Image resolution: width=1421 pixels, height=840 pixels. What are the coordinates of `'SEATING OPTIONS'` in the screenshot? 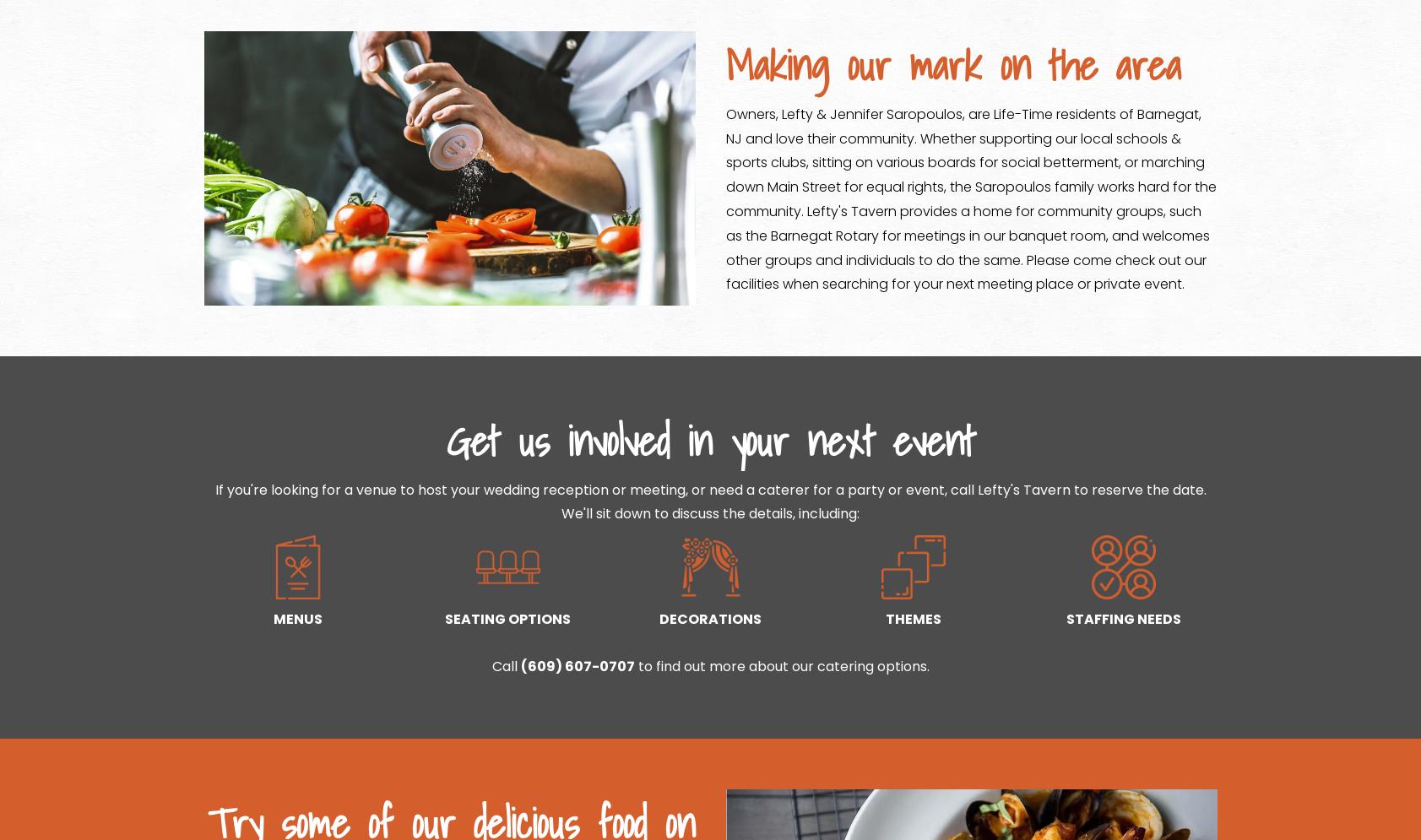 It's located at (507, 618).